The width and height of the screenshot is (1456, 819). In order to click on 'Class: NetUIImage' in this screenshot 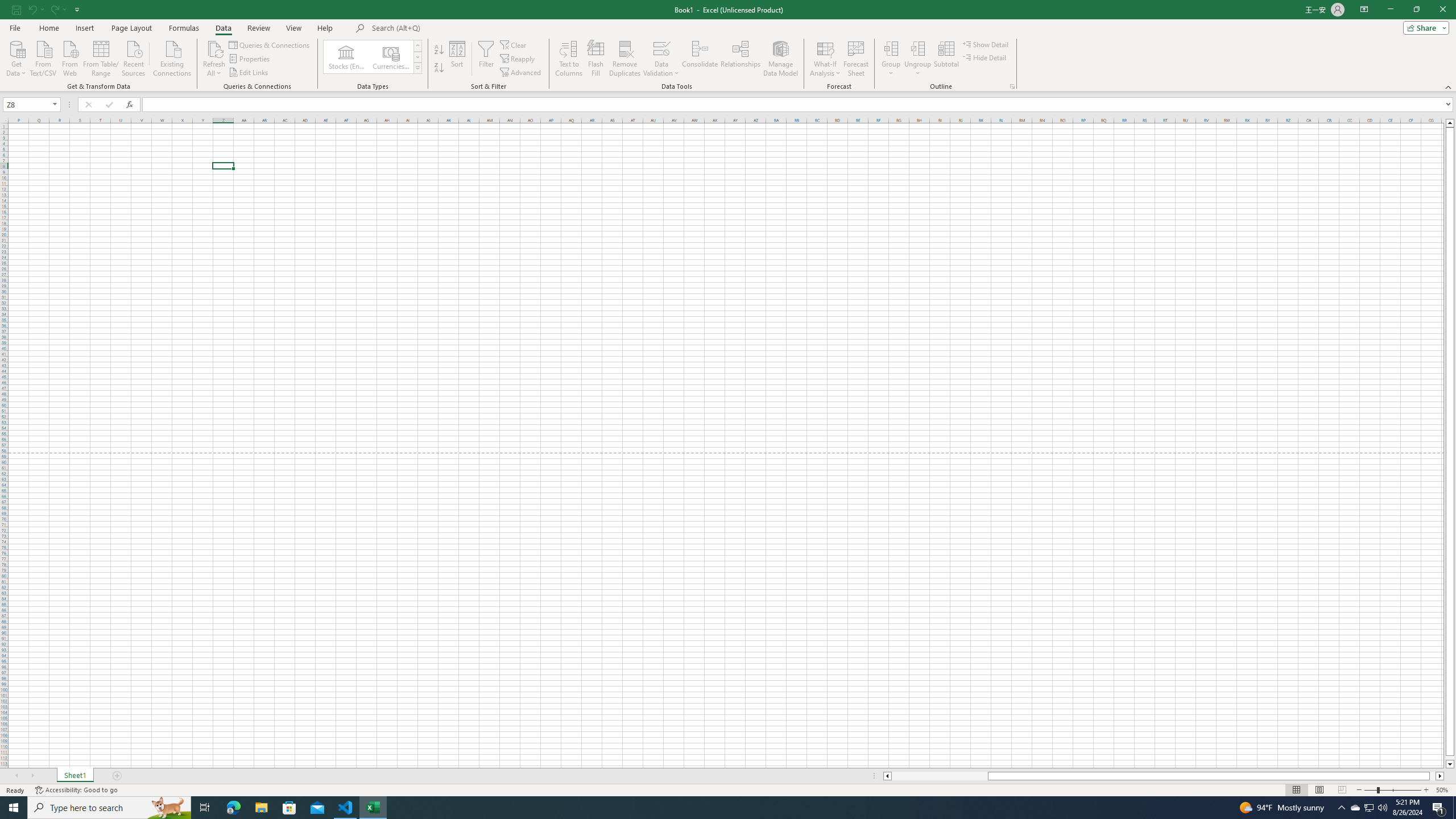, I will do `click(418, 68)`.